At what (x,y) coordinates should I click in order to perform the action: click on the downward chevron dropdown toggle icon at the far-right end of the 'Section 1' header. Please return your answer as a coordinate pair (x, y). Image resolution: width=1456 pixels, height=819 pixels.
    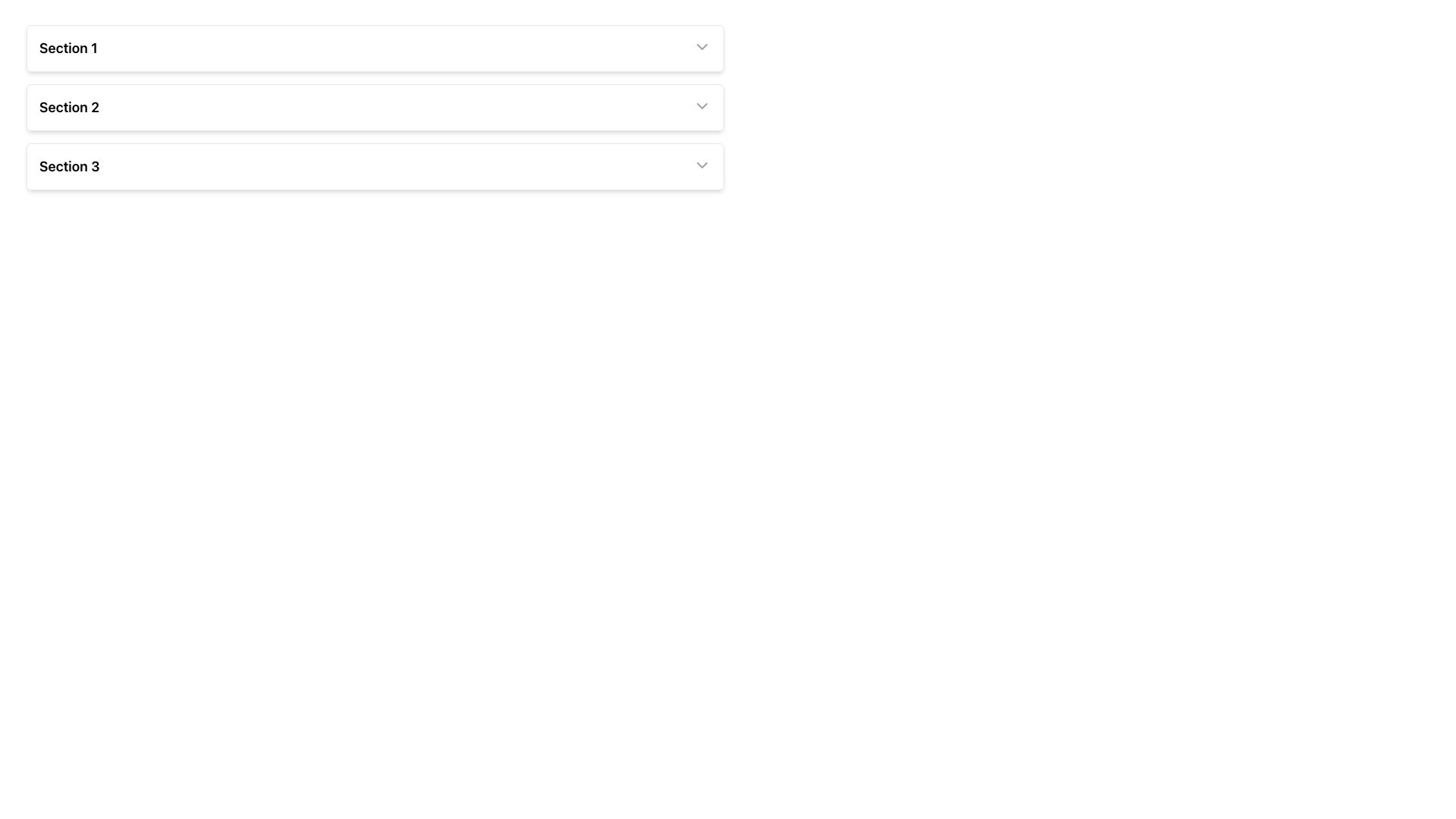
    Looking at the image, I should click on (701, 45).